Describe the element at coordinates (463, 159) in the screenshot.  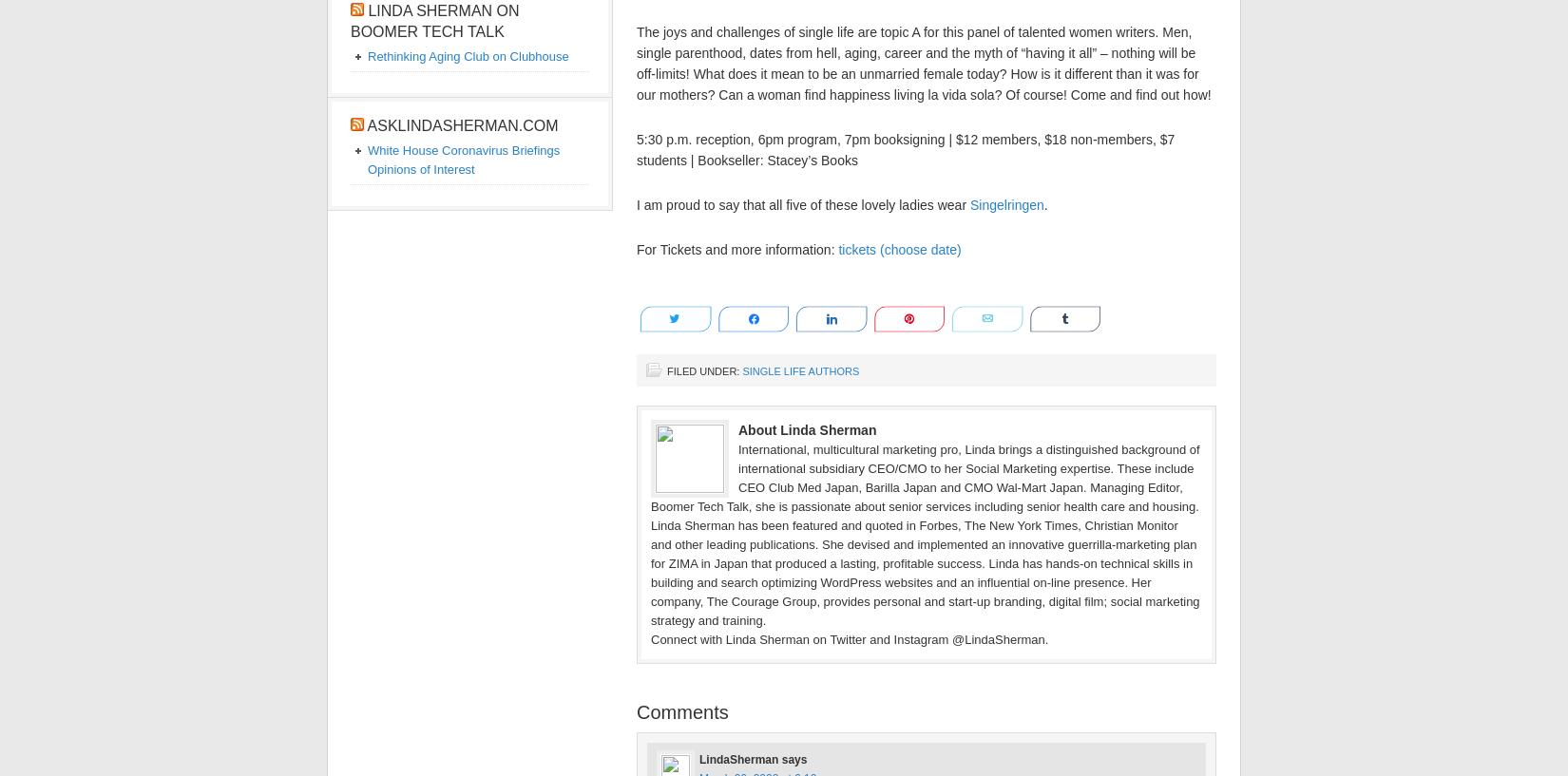
I see `'White House Coronavirus Briefings Opinions of Interest'` at that location.